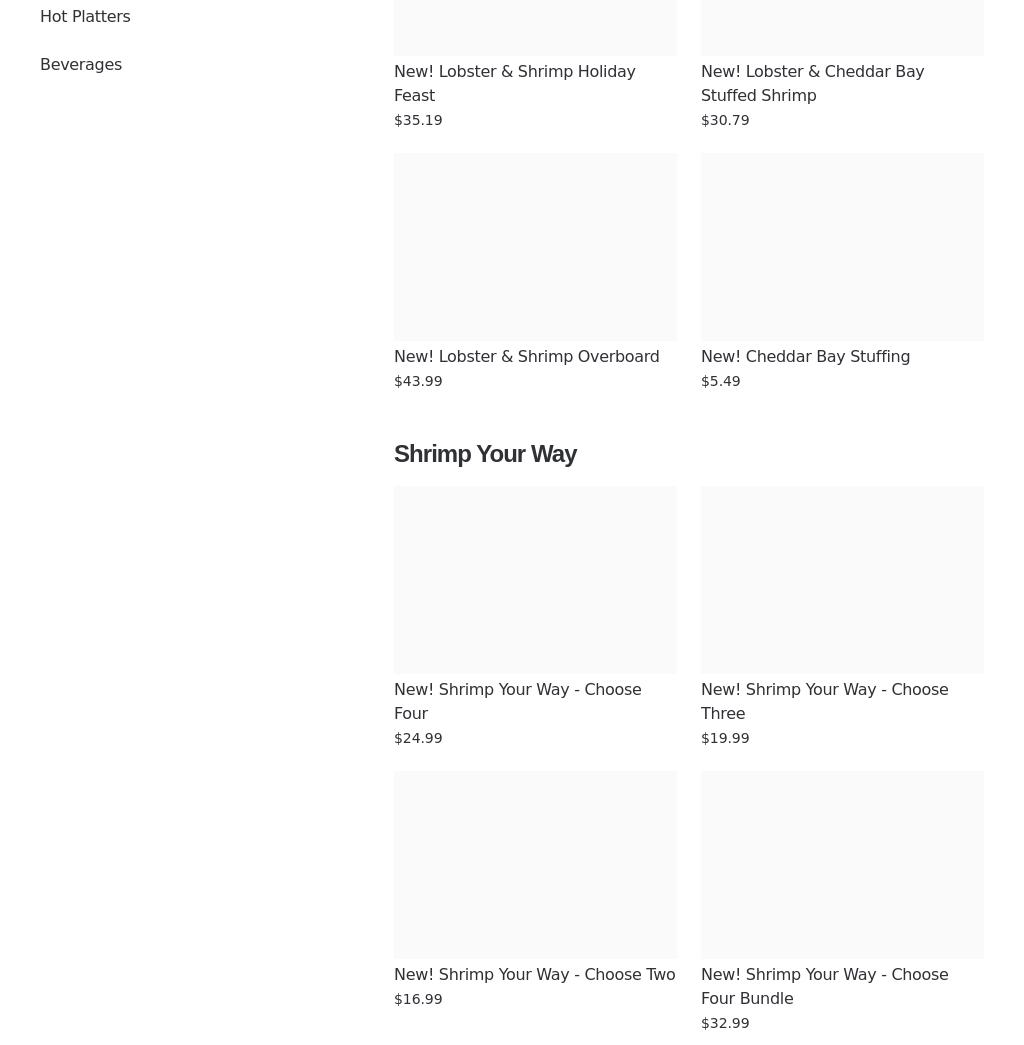 This screenshot has height=1045, width=1024. Describe the element at coordinates (534, 973) in the screenshot. I see `'New! Shrimp Your Way - Choose Two'` at that location.